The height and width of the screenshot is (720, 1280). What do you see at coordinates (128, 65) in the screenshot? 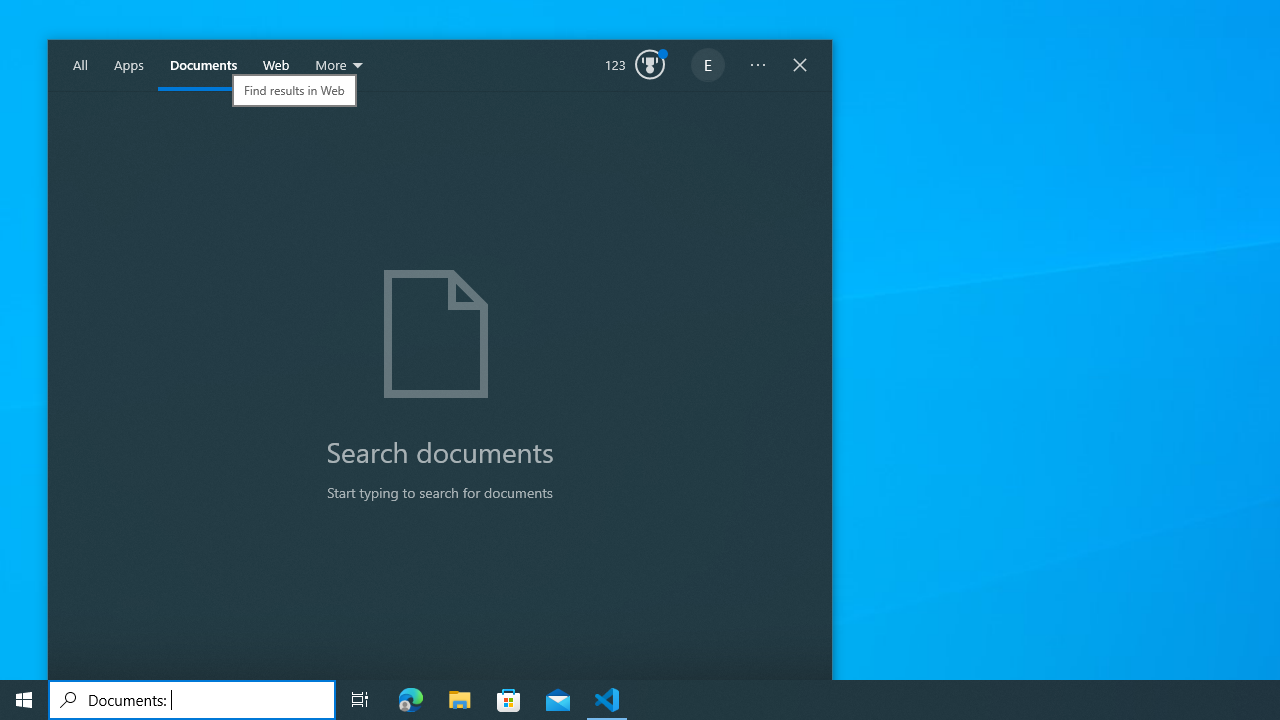
I see `'Apps'` at bounding box center [128, 65].